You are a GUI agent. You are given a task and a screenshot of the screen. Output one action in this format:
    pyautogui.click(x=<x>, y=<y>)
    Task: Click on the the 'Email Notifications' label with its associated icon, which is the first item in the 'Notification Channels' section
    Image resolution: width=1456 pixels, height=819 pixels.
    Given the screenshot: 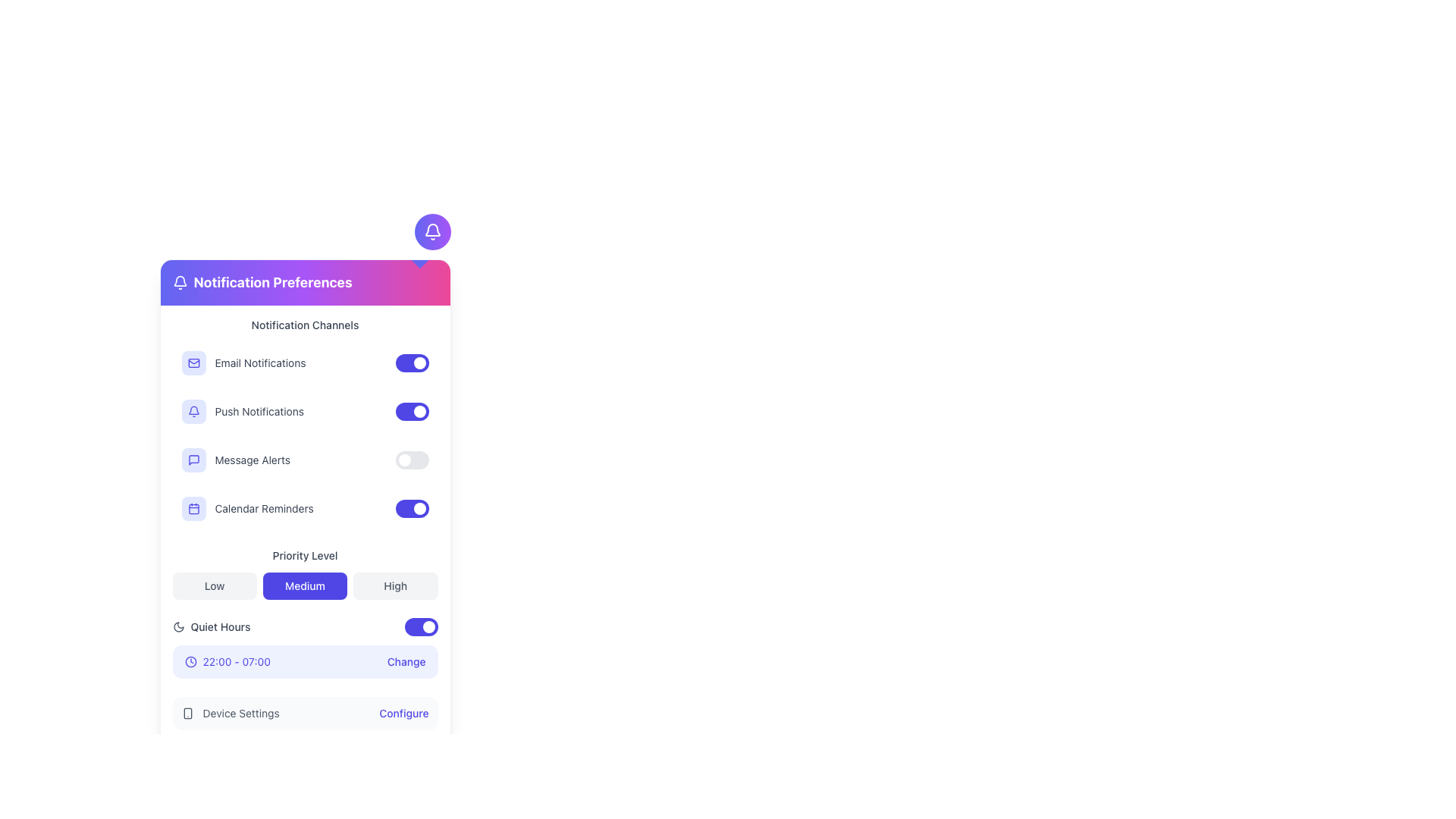 What is the action you would take?
    pyautogui.click(x=243, y=362)
    